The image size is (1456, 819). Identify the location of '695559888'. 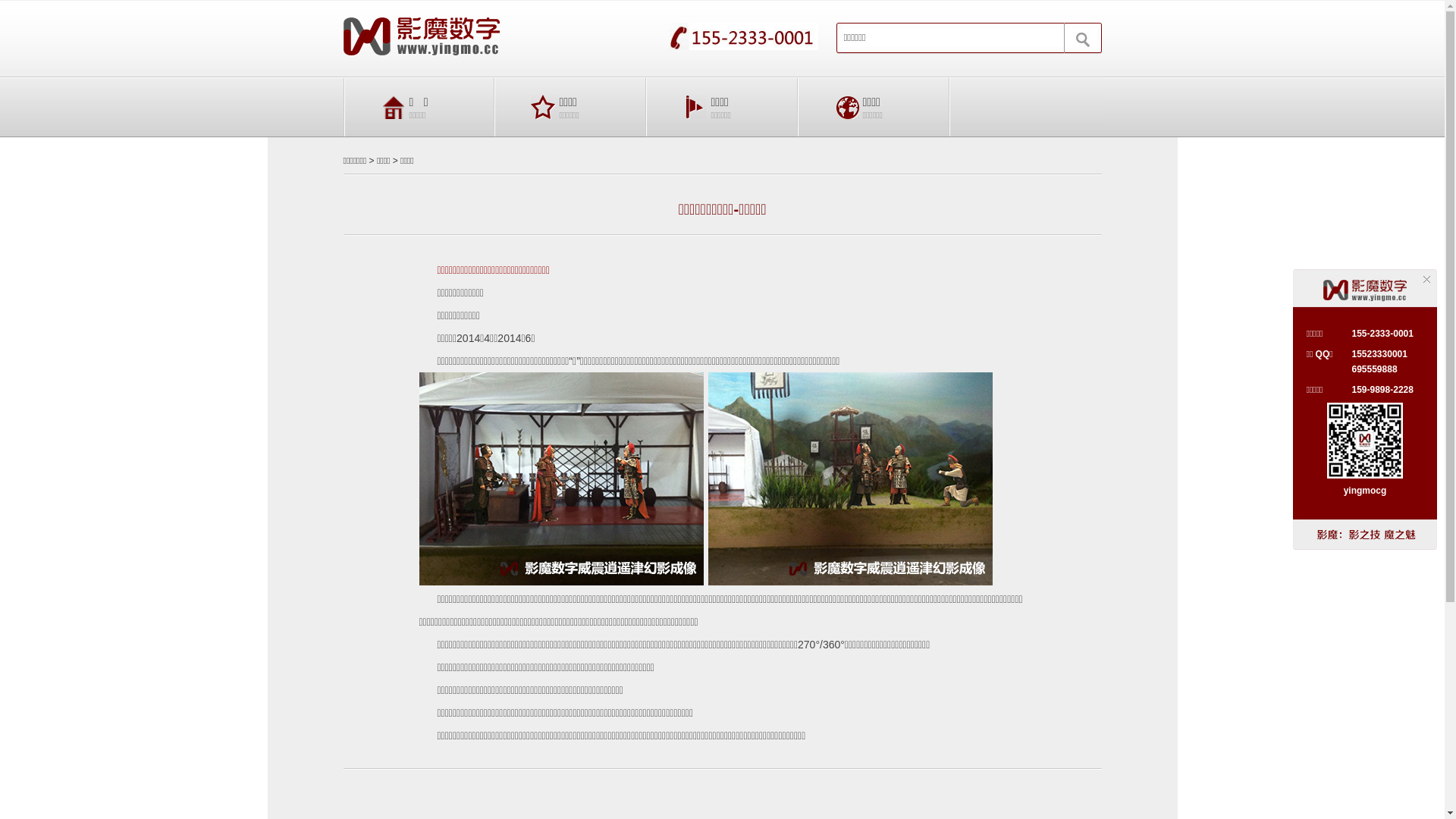
(1373, 369).